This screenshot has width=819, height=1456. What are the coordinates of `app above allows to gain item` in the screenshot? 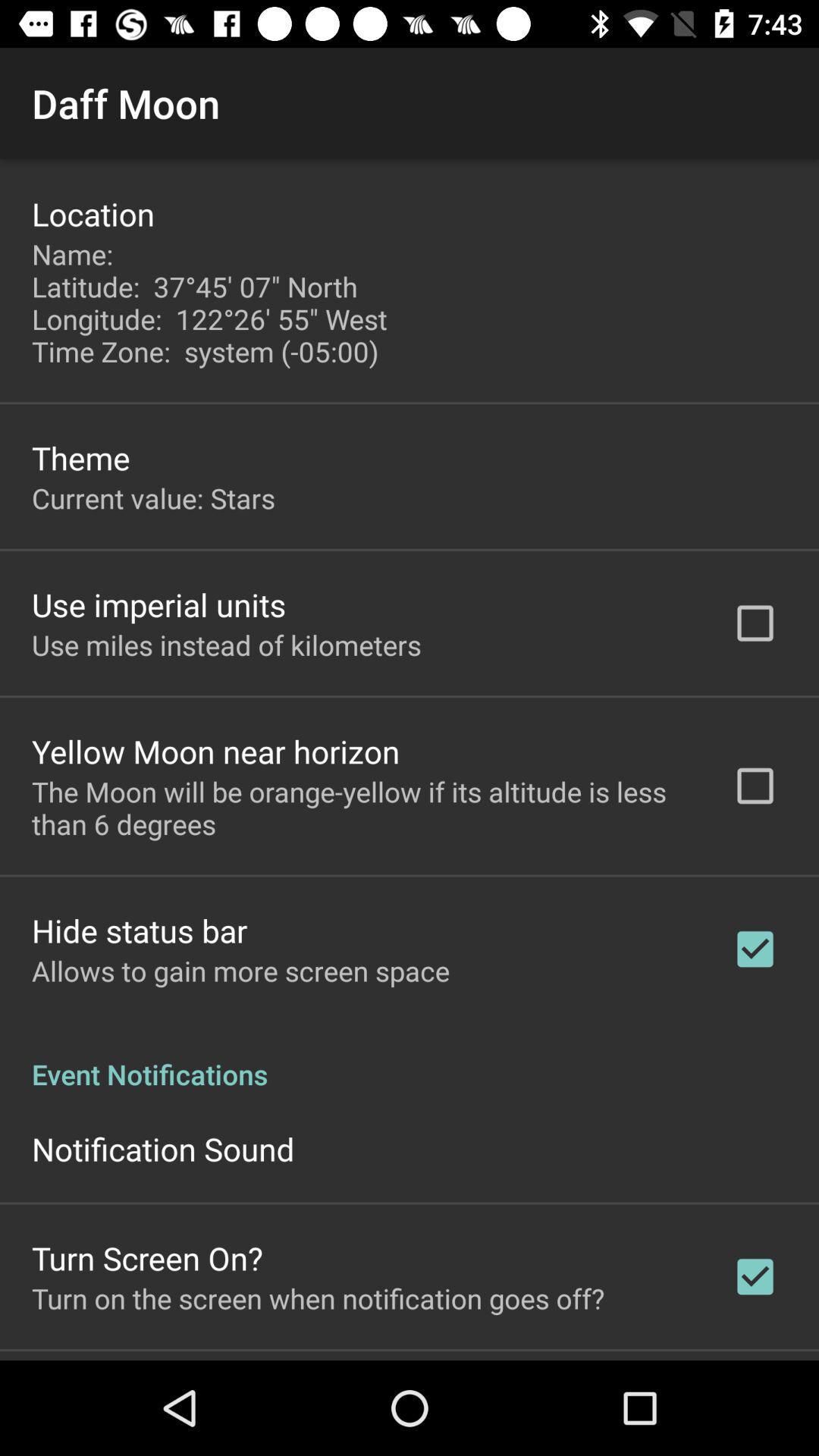 It's located at (140, 930).